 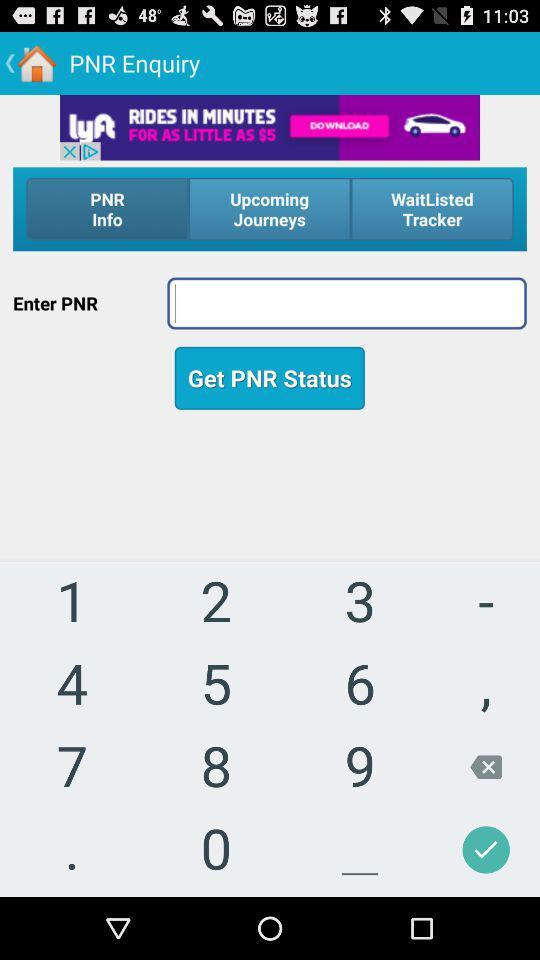 I want to click on advertisement website, so click(x=270, y=126).